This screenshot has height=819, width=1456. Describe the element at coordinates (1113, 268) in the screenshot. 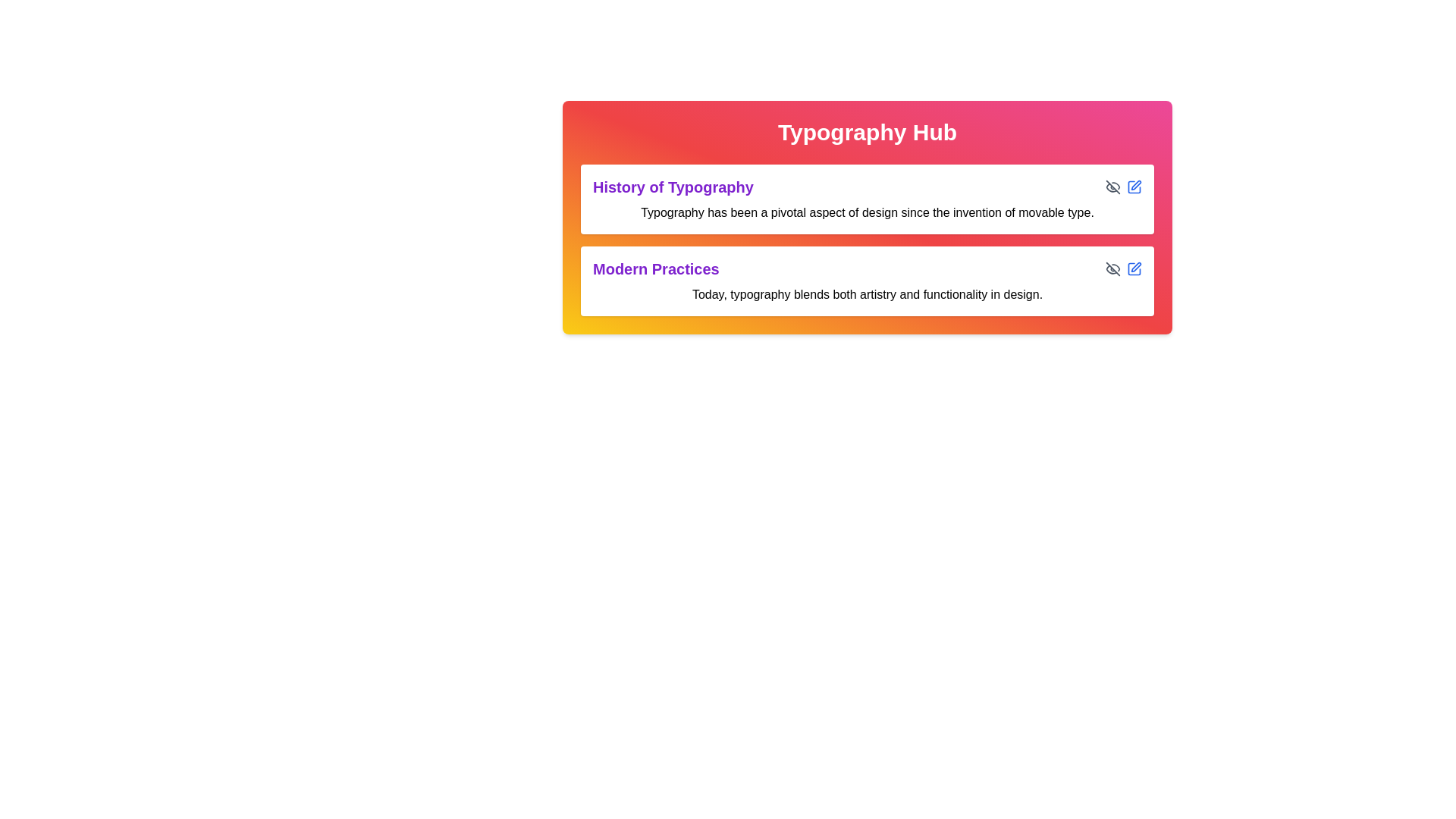

I see `the leftmost icon representing a crossed-out eye, which is used to indicate a 'hide' or 'view hidden' function` at that location.